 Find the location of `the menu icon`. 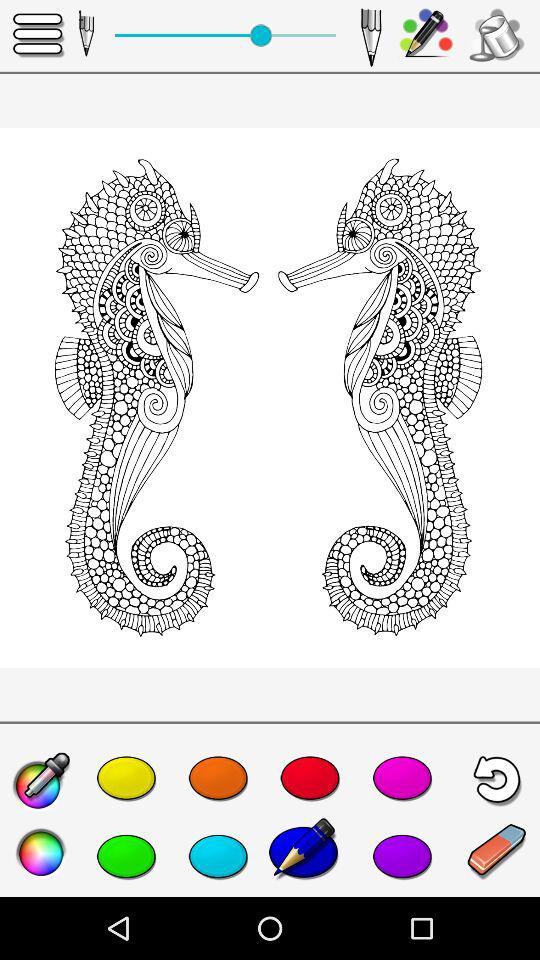

the menu icon is located at coordinates (39, 34).